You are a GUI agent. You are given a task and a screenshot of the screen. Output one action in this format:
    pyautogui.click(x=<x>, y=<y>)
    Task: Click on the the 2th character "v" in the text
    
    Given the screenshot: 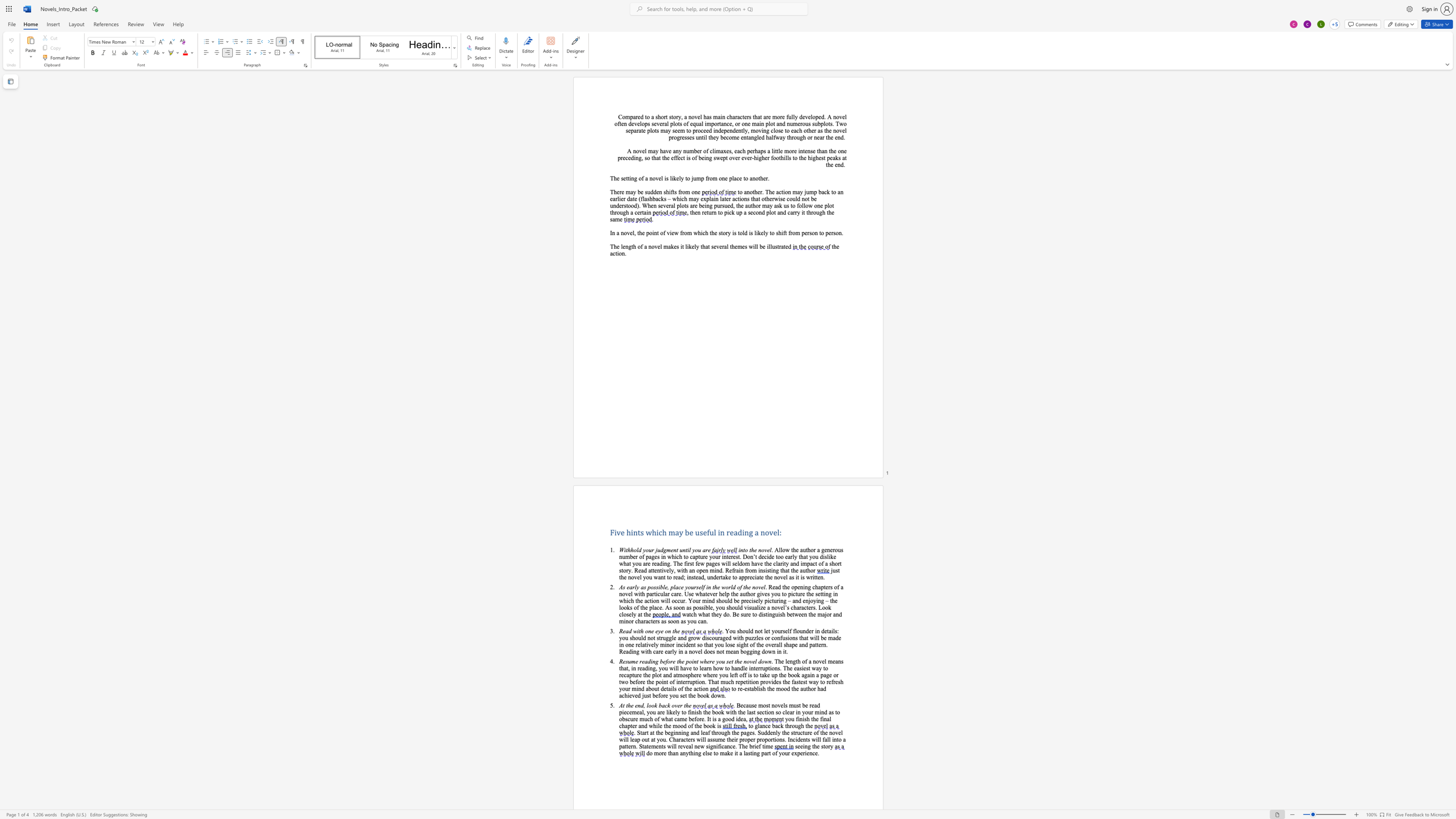 What is the action you would take?
    pyautogui.click(x=840, y=130)
    